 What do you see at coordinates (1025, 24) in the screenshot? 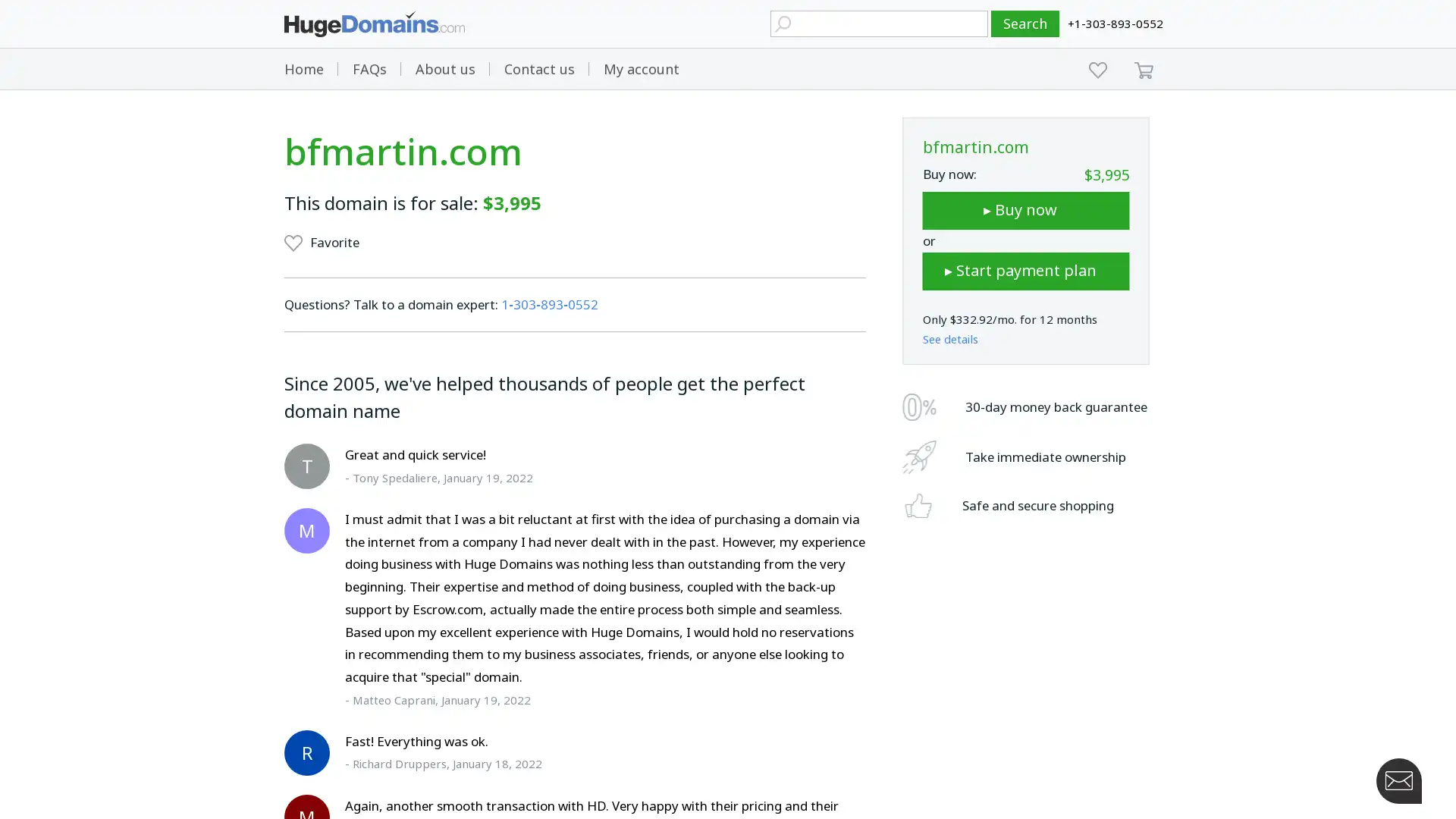
I see `Search` at bounding box center [1025, 24].